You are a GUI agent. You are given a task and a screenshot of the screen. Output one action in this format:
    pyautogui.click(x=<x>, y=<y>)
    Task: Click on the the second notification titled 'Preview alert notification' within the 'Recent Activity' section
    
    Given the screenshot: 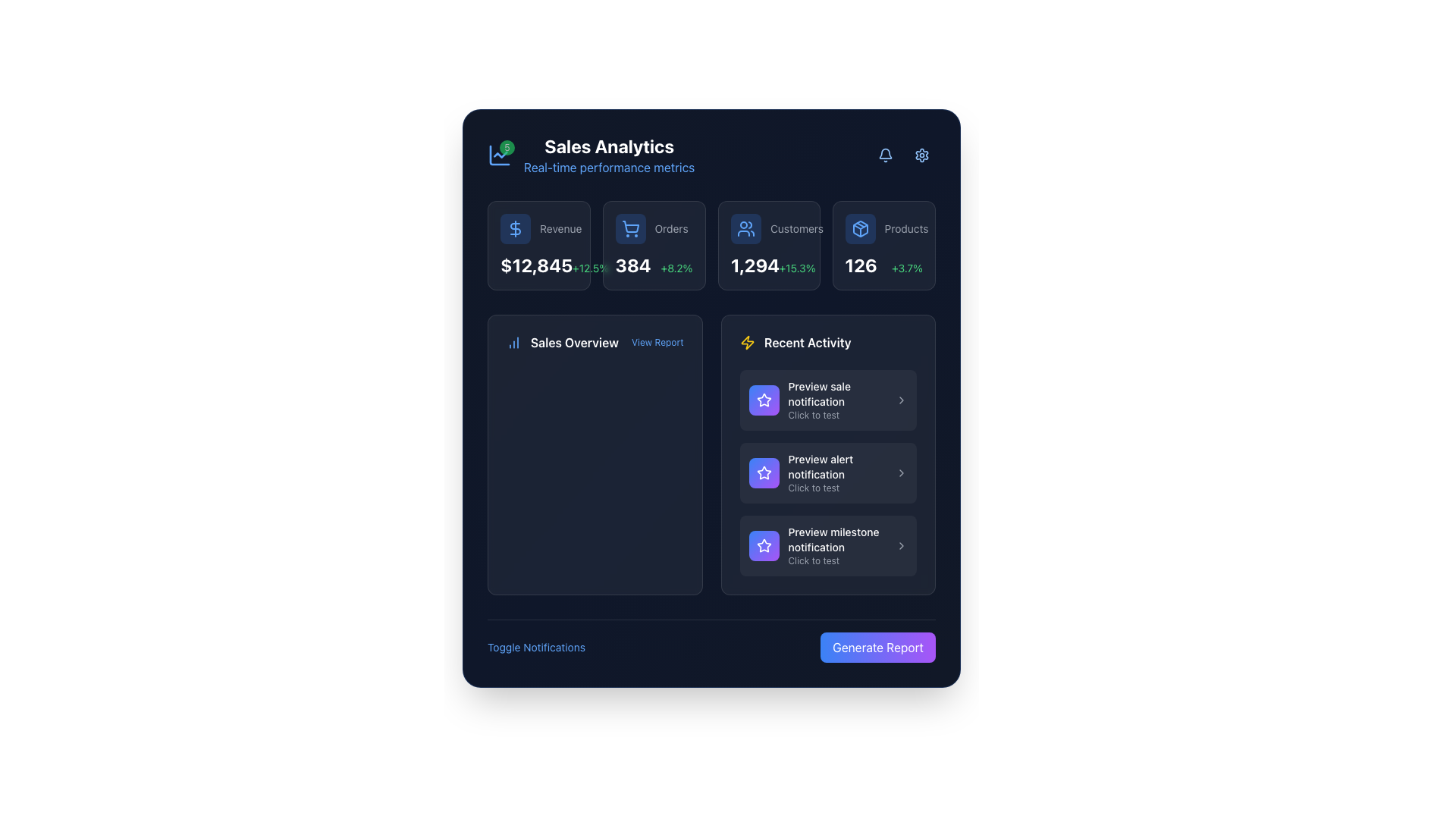 What is the action you would take?
    pyautogui.click(x=827, y=454)
    